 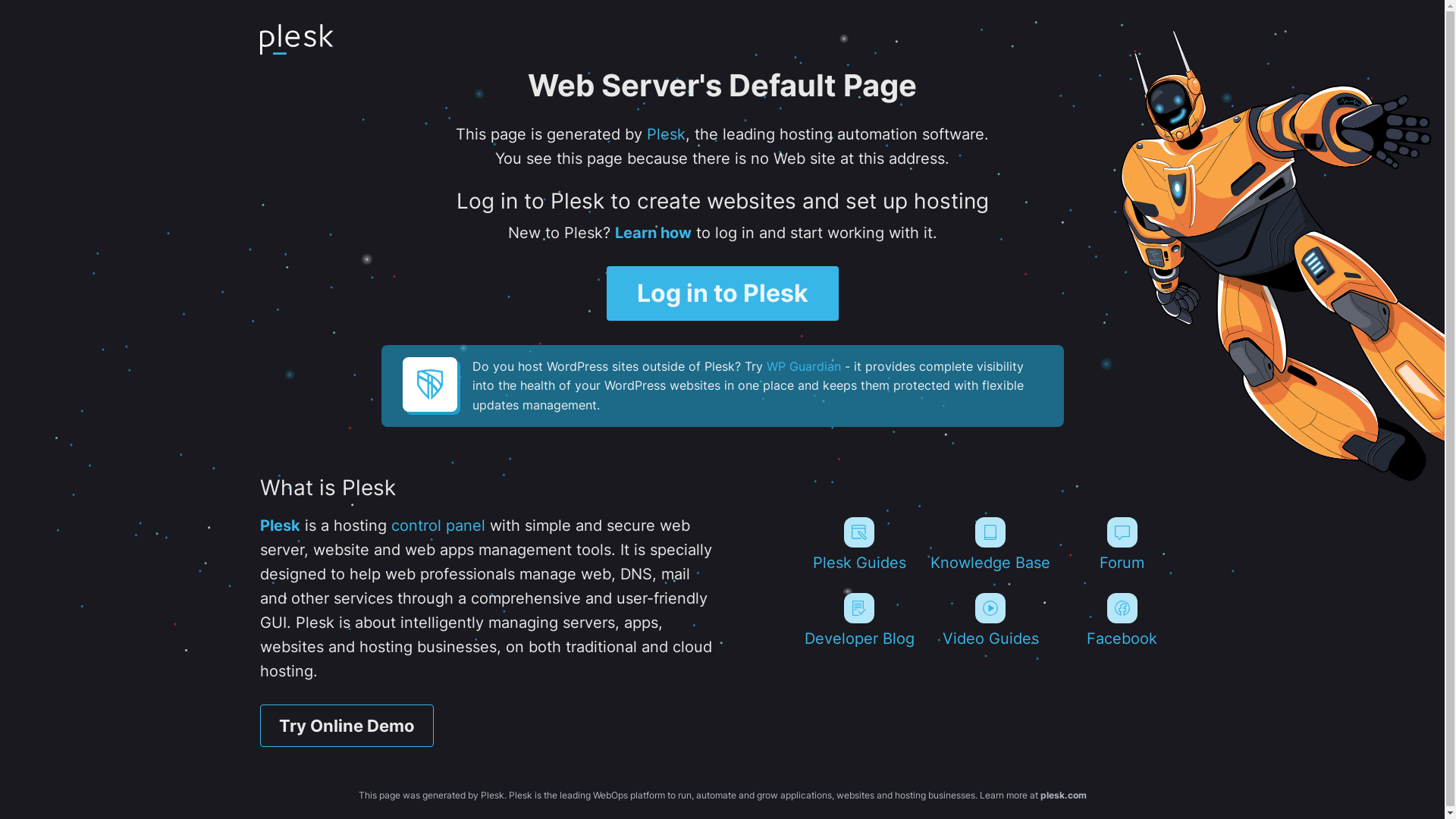 I want to click on 'plesk.com', so click(x=1062, y=794).